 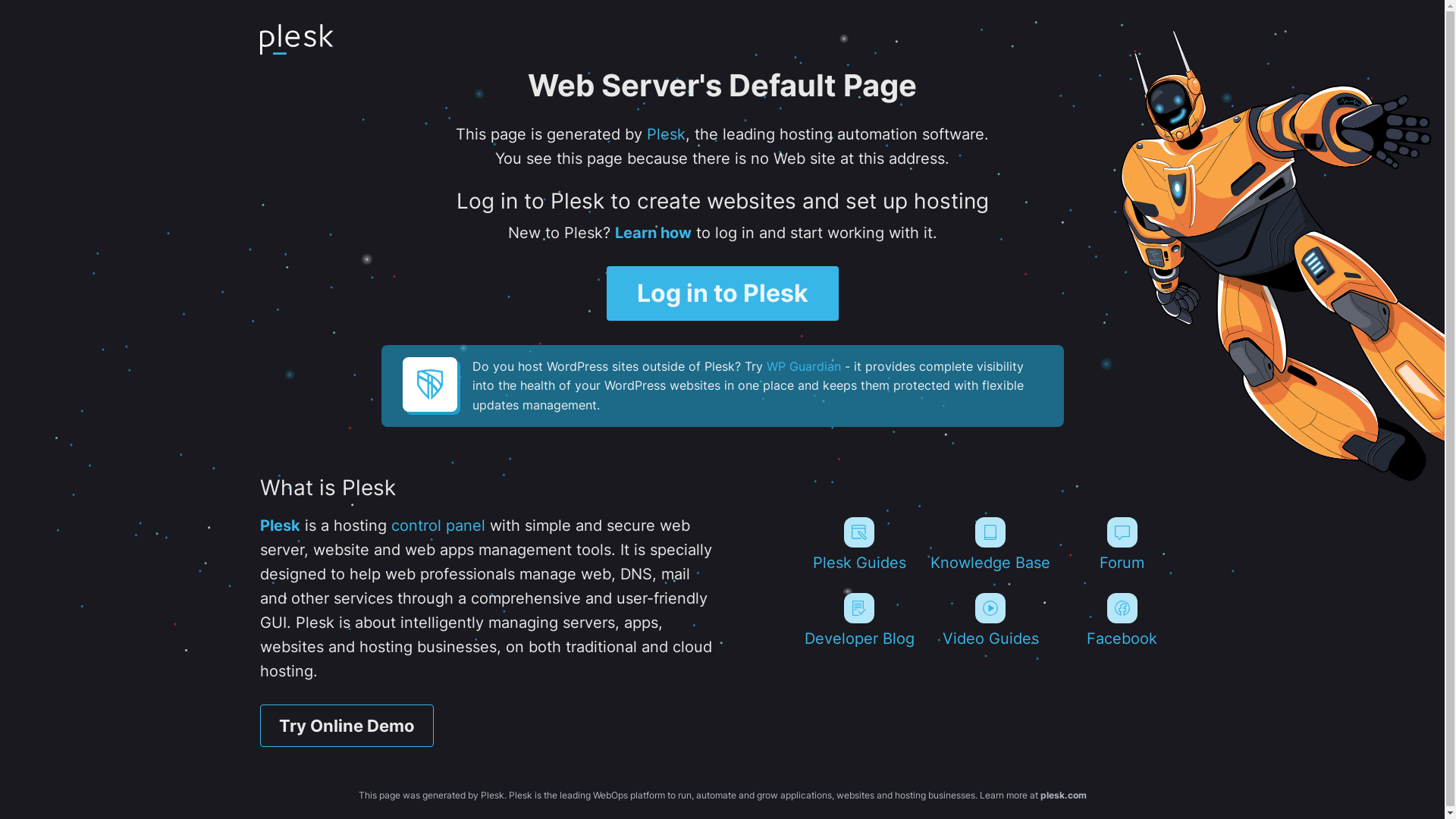 I want to click on 'plesk.com', so click(x=1062, y=794).